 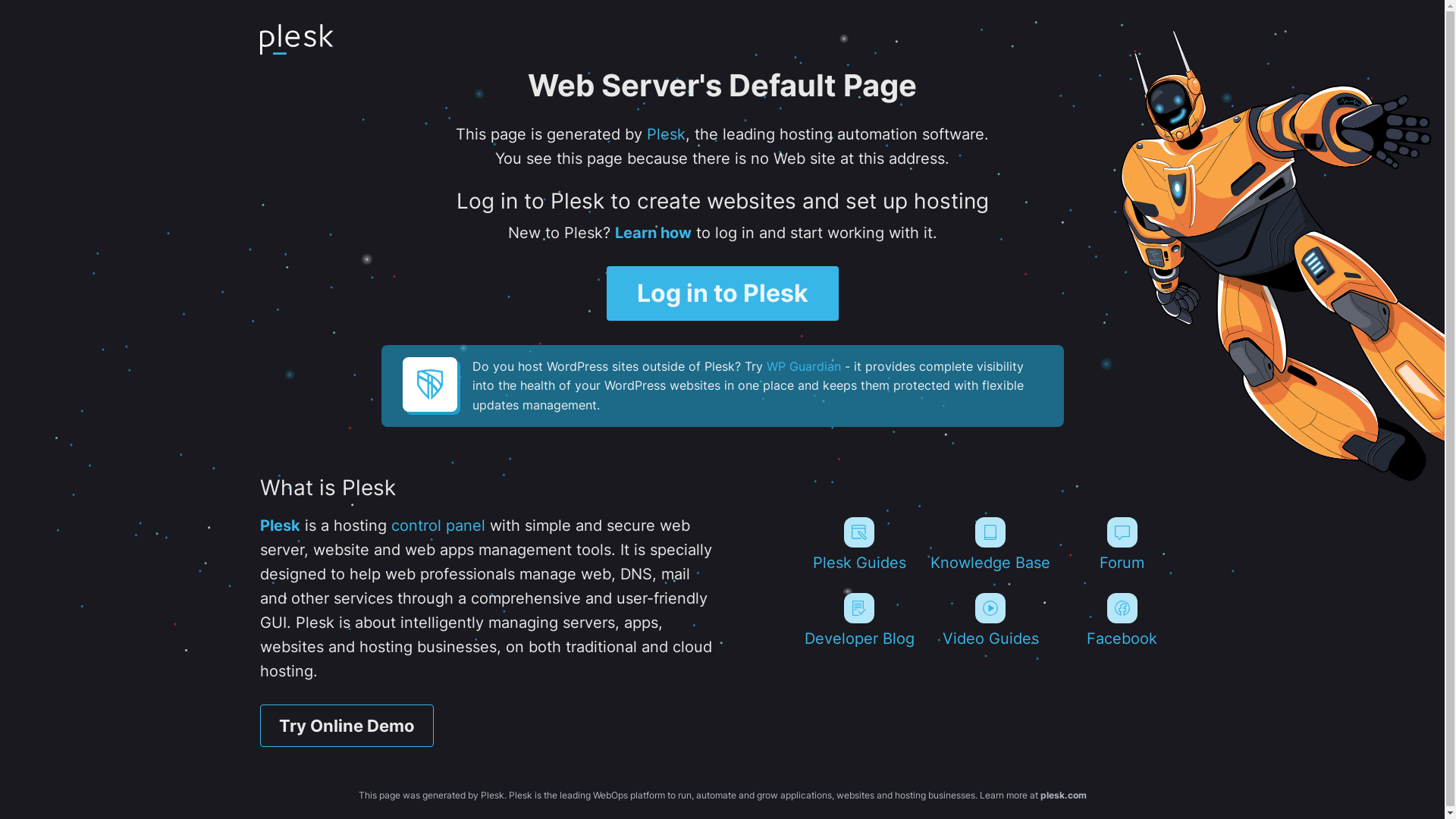 I want to click on 'plesk.com', so click(x=1062, y=794).